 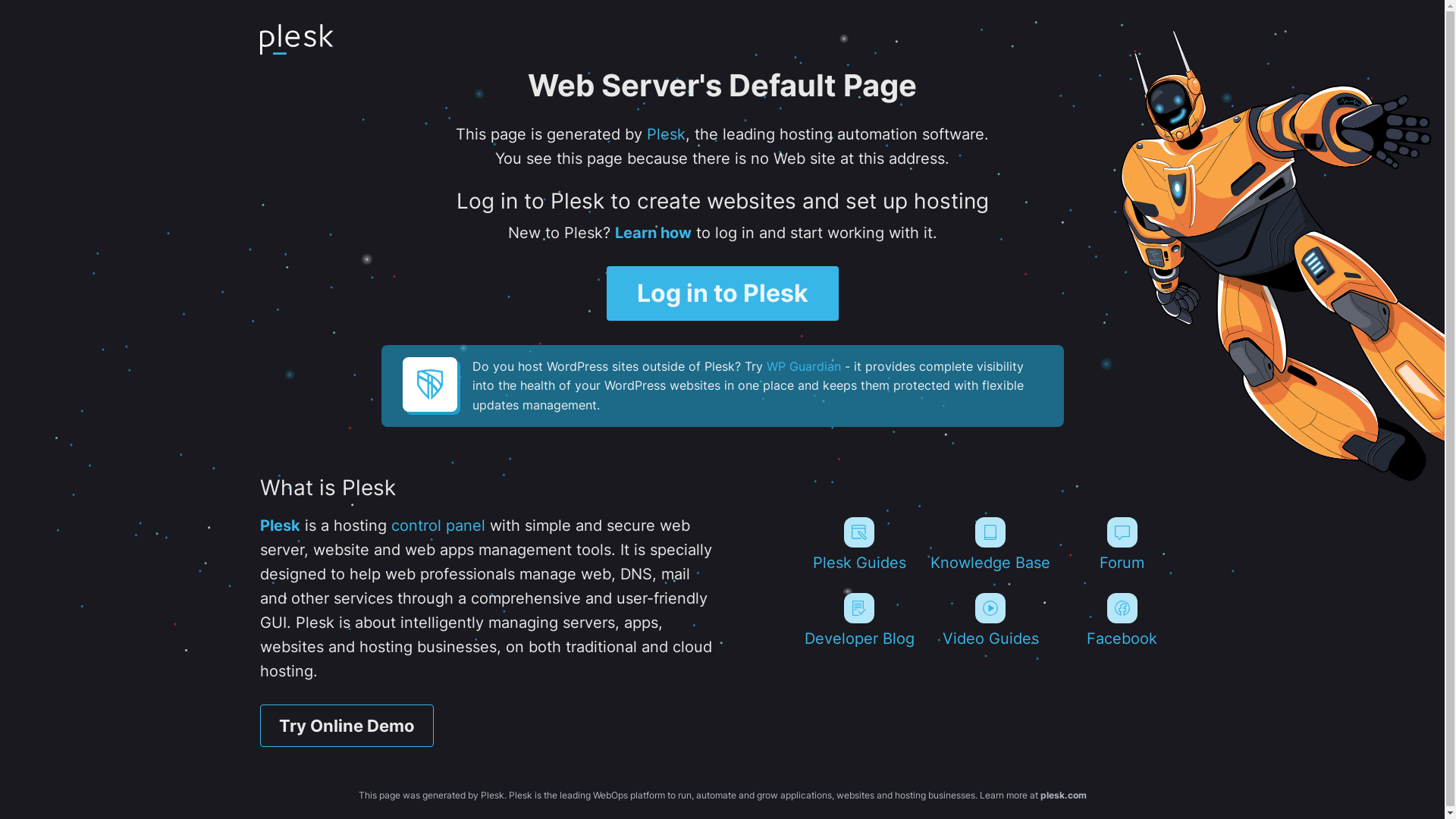 I want to click on 'plesk.com', so click(x=1062, y=794).